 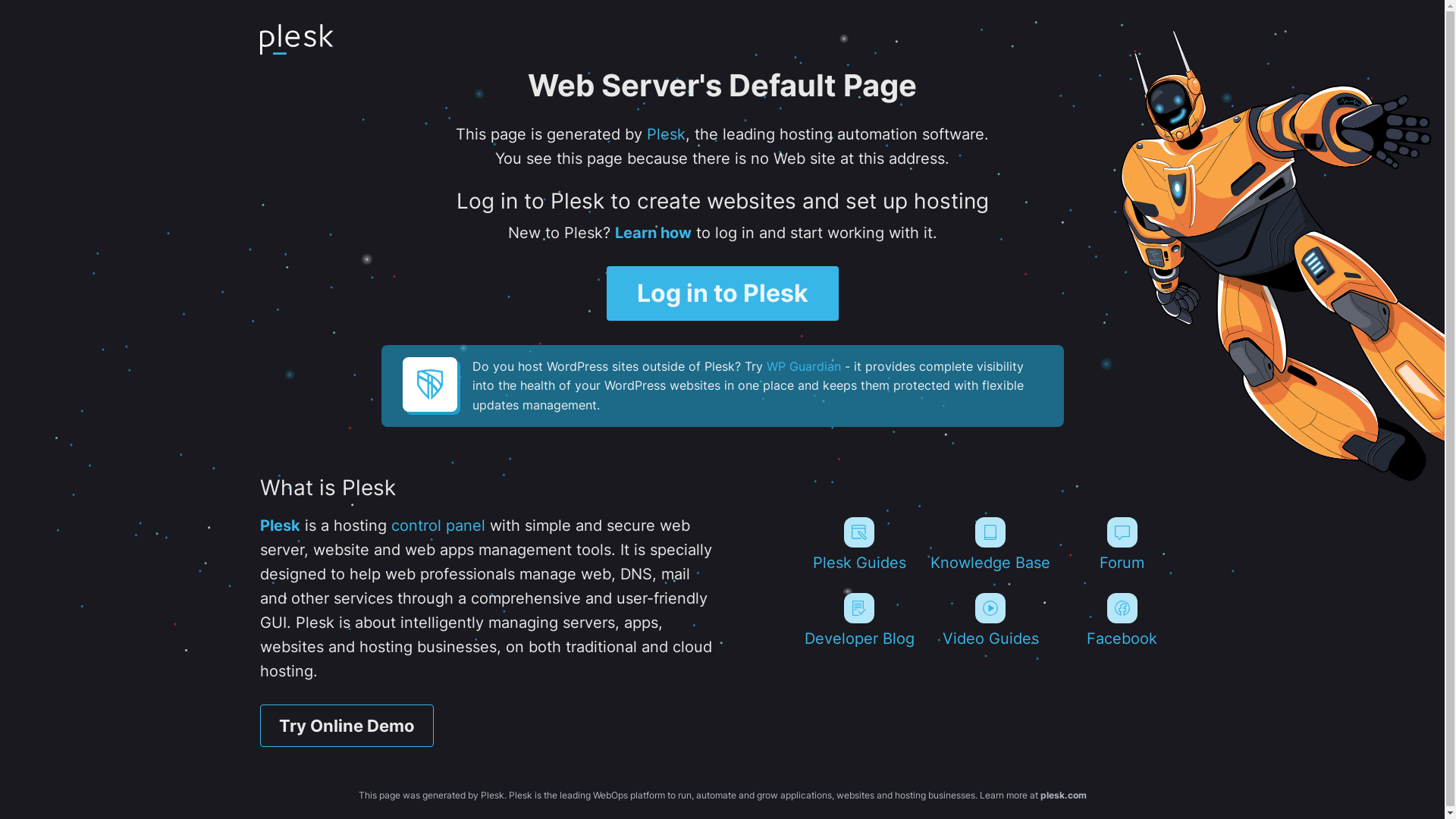 I want to click on 'plesk.com', so click(x=1062, y=794).